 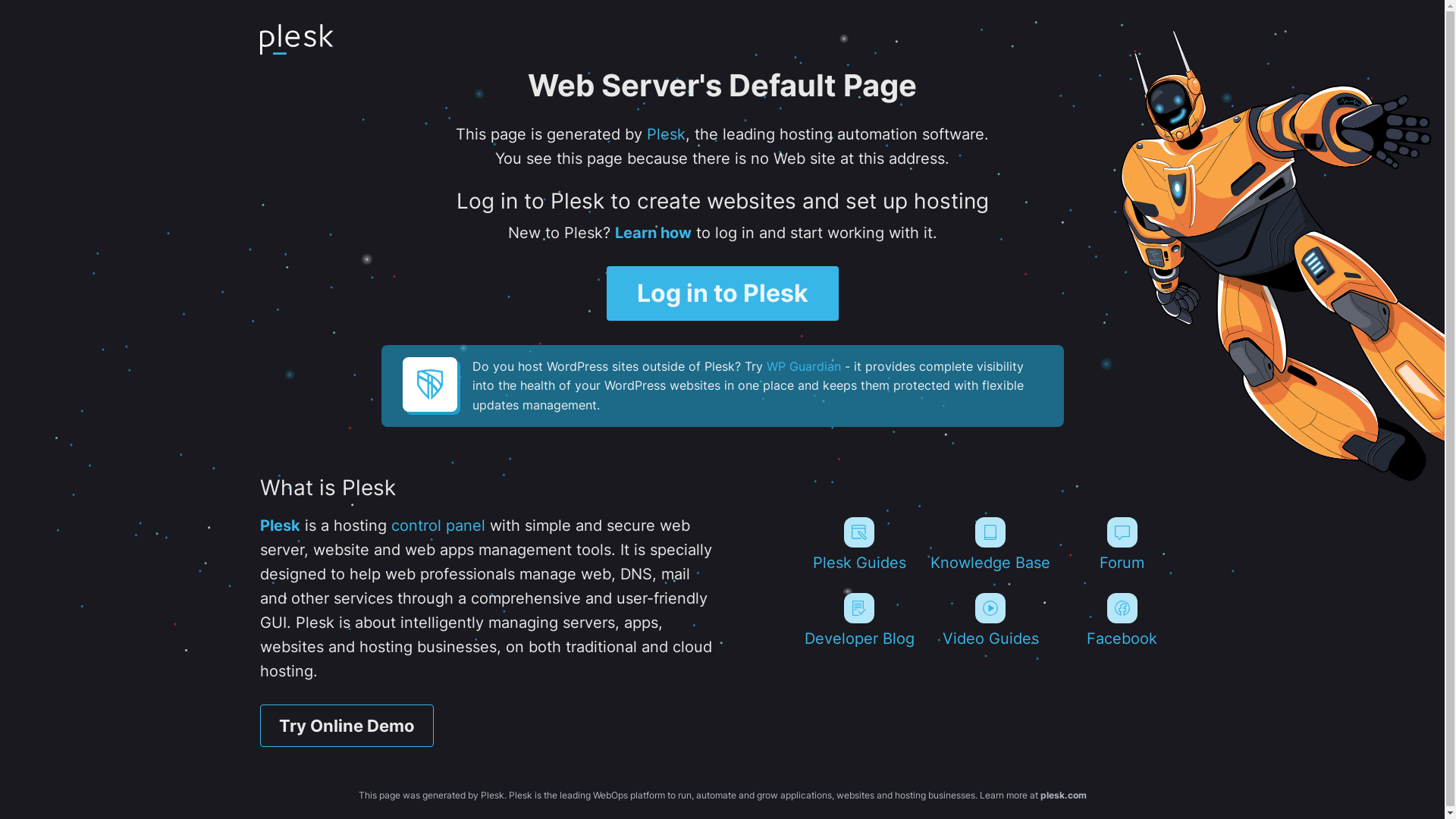 I want to click on 'plesk.com', so click(x=1062, y=794).